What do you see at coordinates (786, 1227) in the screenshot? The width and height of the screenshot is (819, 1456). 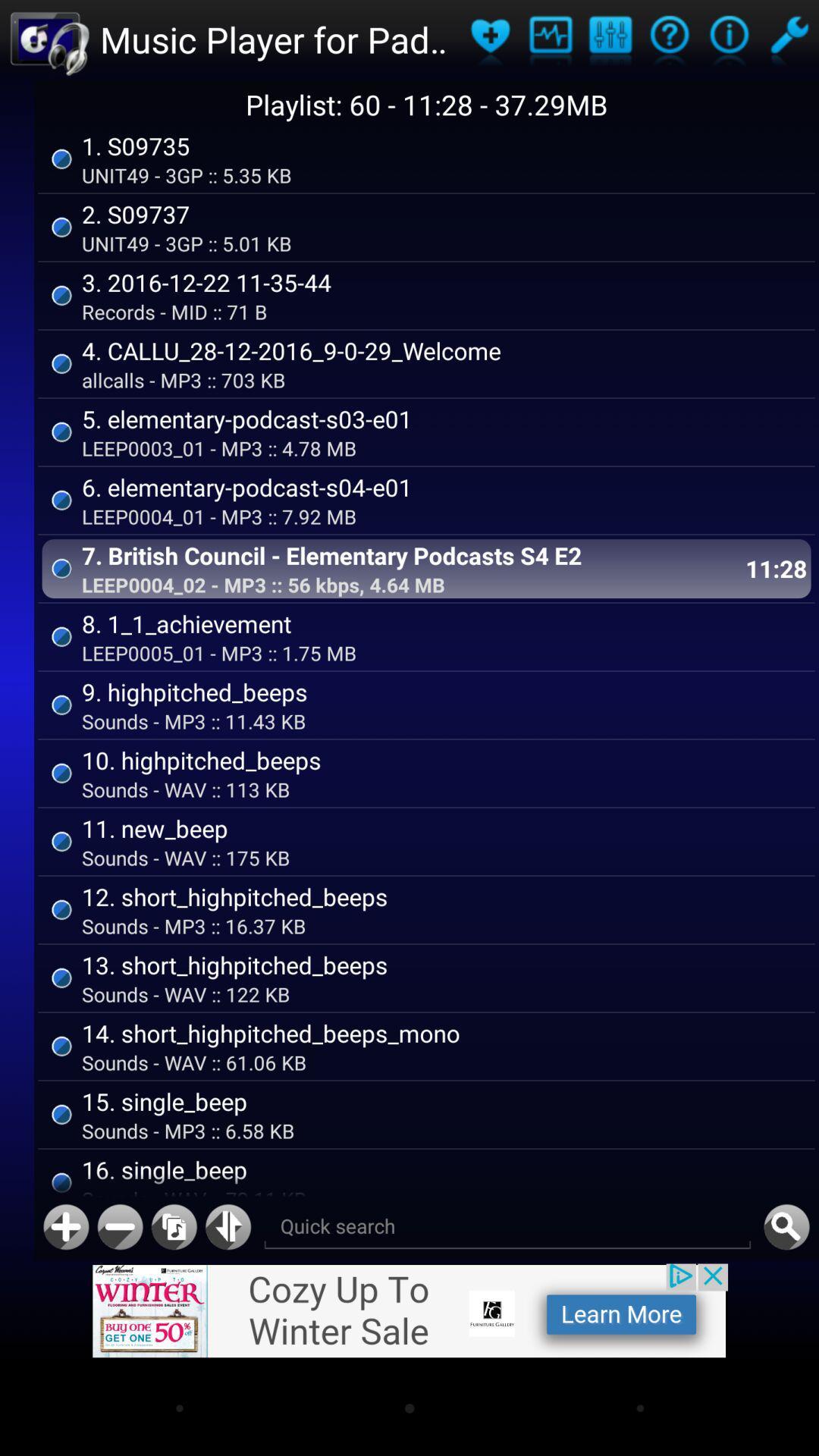 I see `search` at bounding box center [786, 1227].